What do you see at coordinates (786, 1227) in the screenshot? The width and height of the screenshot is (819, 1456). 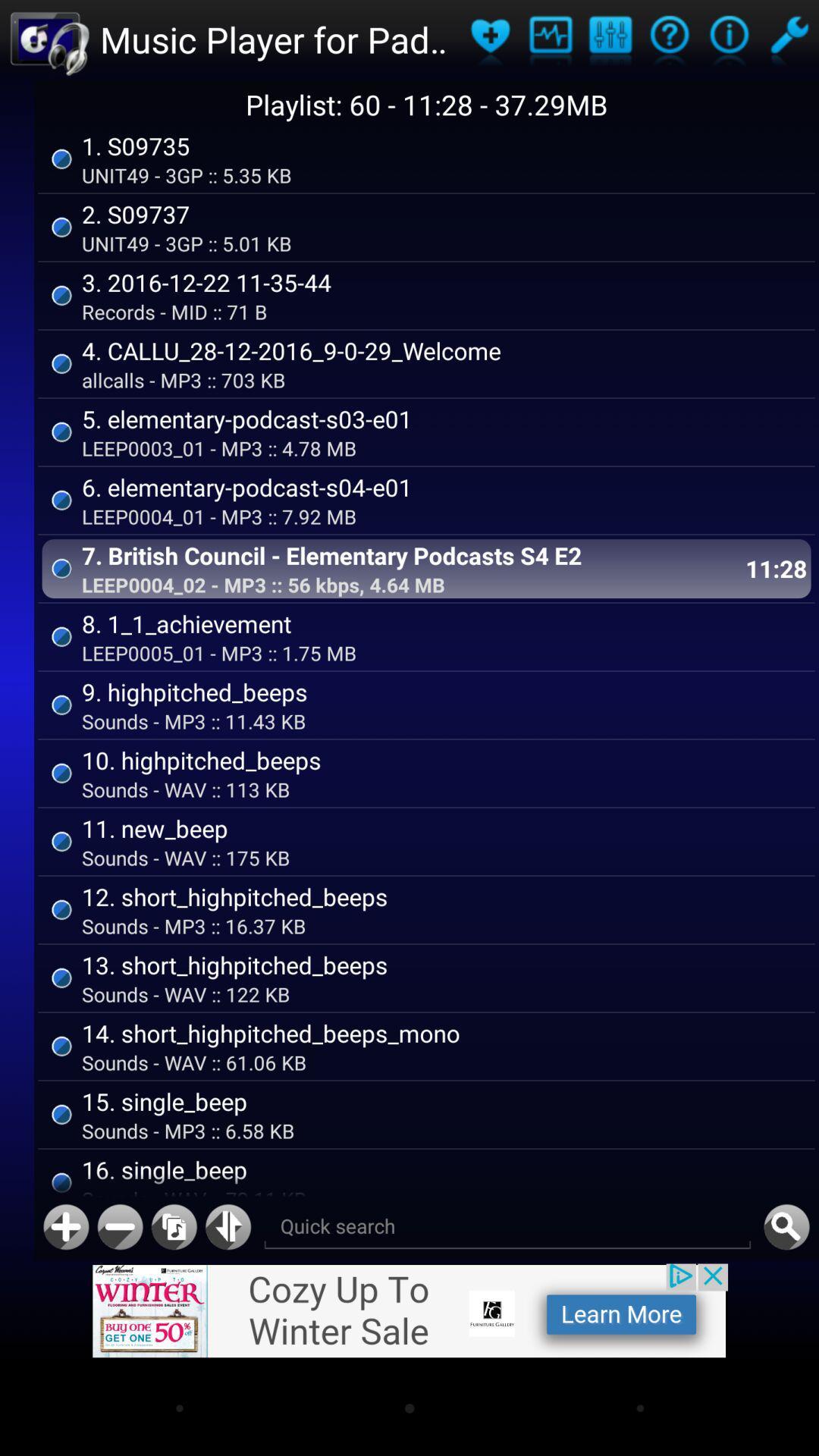 I see `search` at bounding box center [786, 1227].